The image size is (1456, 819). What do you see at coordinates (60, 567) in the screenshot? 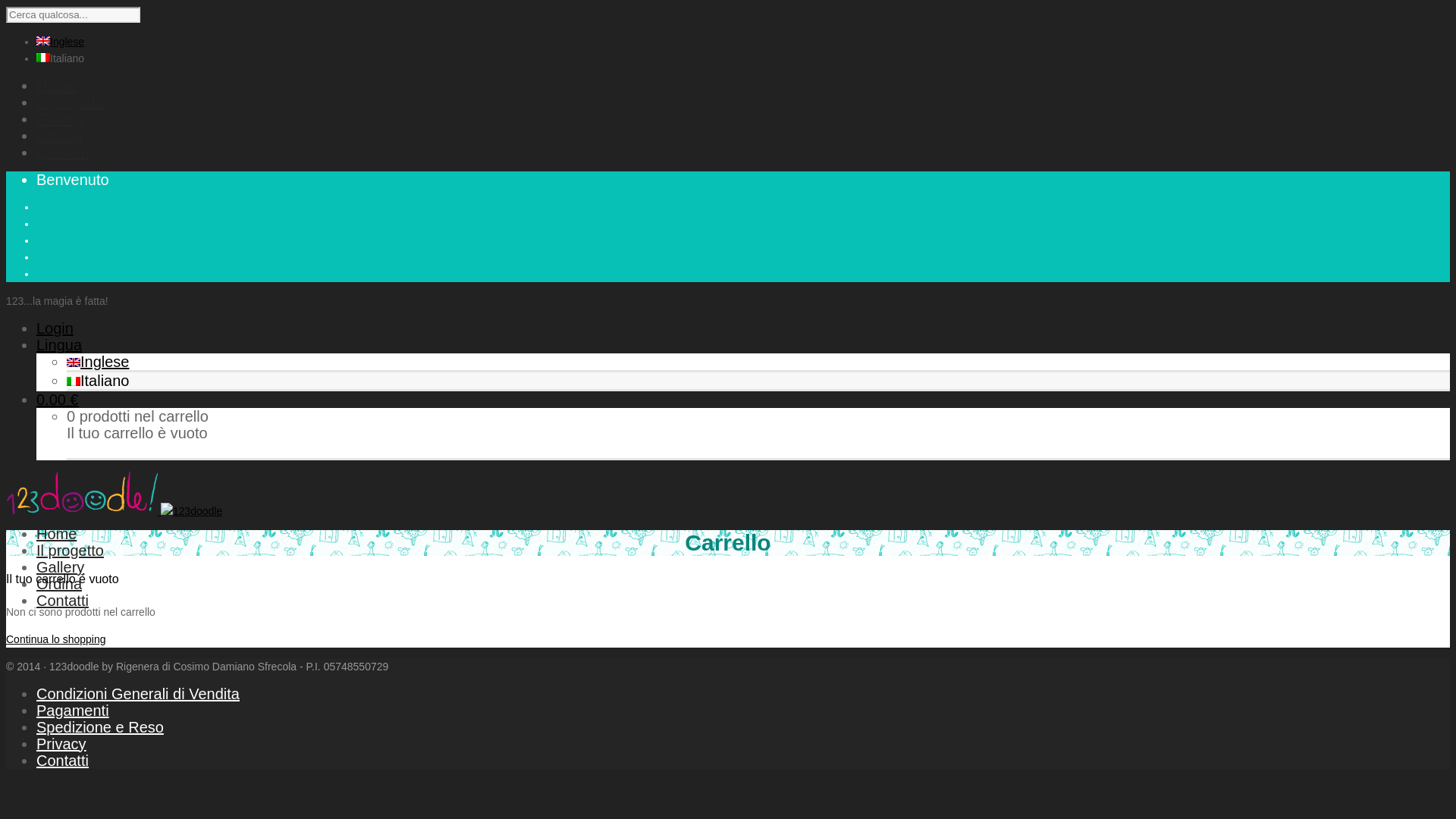
I see `'Gallery'` at bounding box center [60, 567].